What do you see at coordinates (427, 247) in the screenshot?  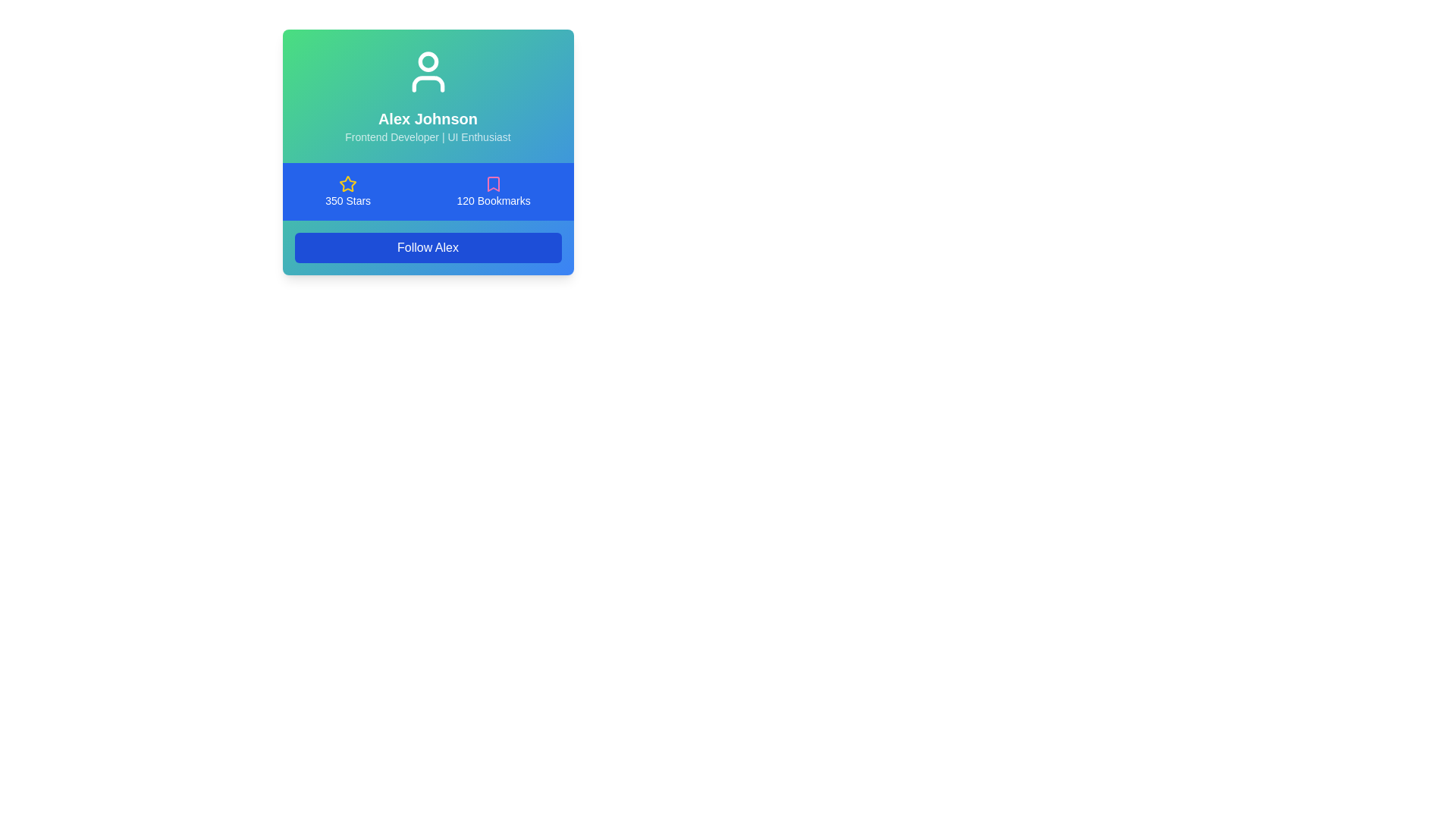 I see `the button with the bold blue background that reads 'Follow Alex'` at bounding box center [427, 247].